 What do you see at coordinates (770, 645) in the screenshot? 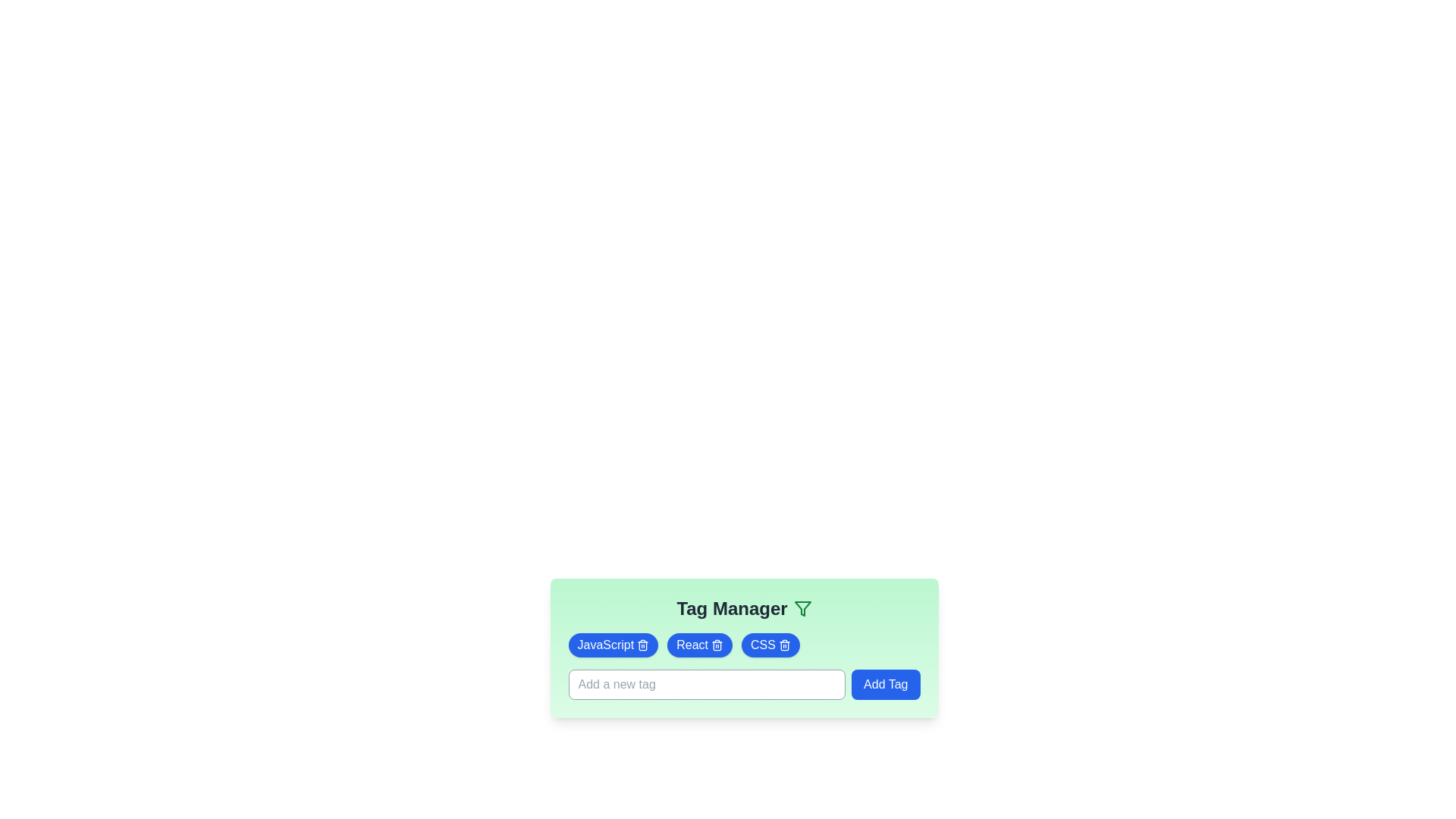
I see `the 'CSS' tag element with a trash icon, which is the third tag in the horizontal list within the 'Tag Manager' component` at bounding box center [770, 645].